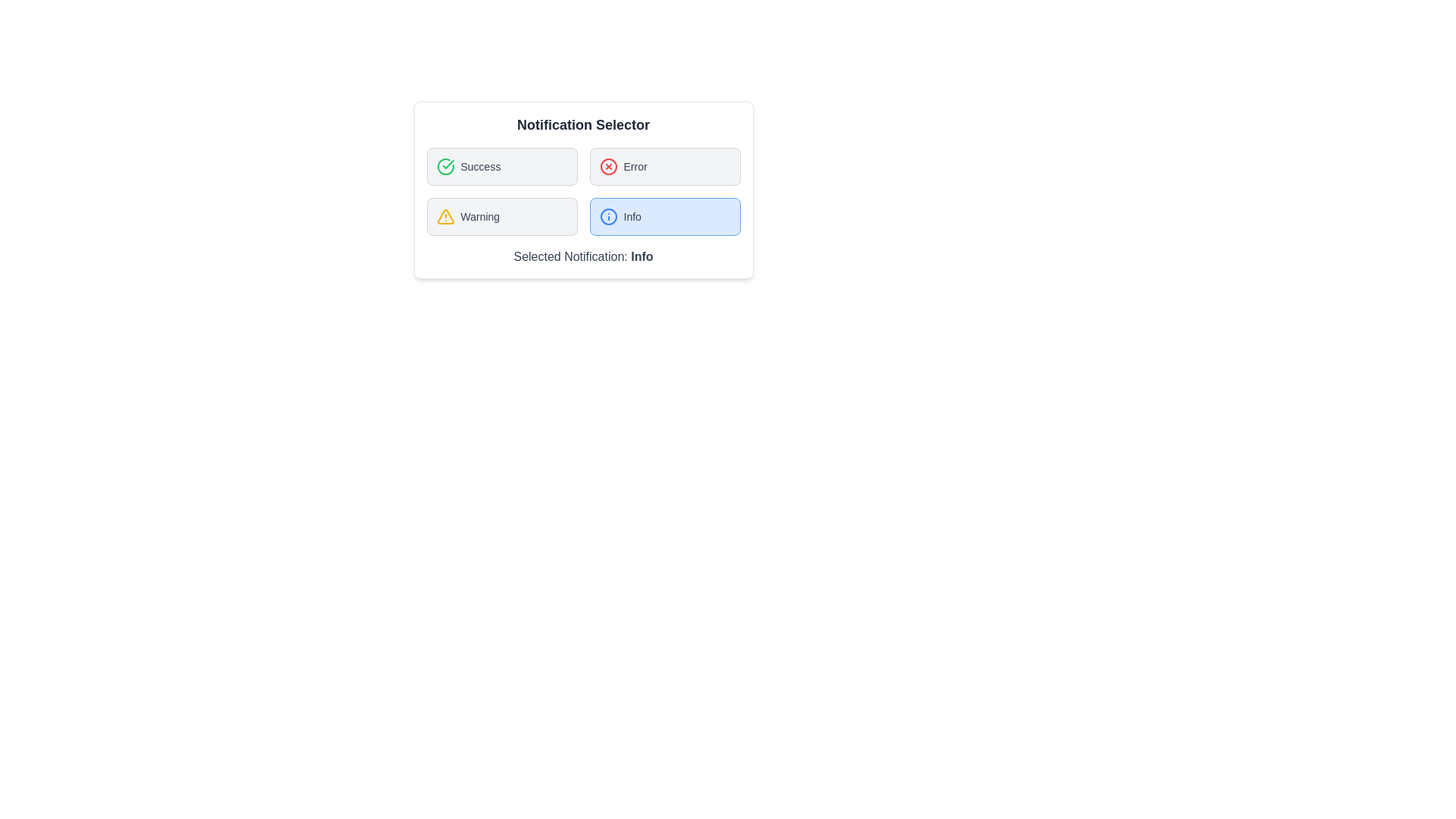 The width and height of the screenshot is (1456, 819). Describe the element at coordinates (665, 166) in the screenshot. I see `the Error button to observe its hover effect` at that location.